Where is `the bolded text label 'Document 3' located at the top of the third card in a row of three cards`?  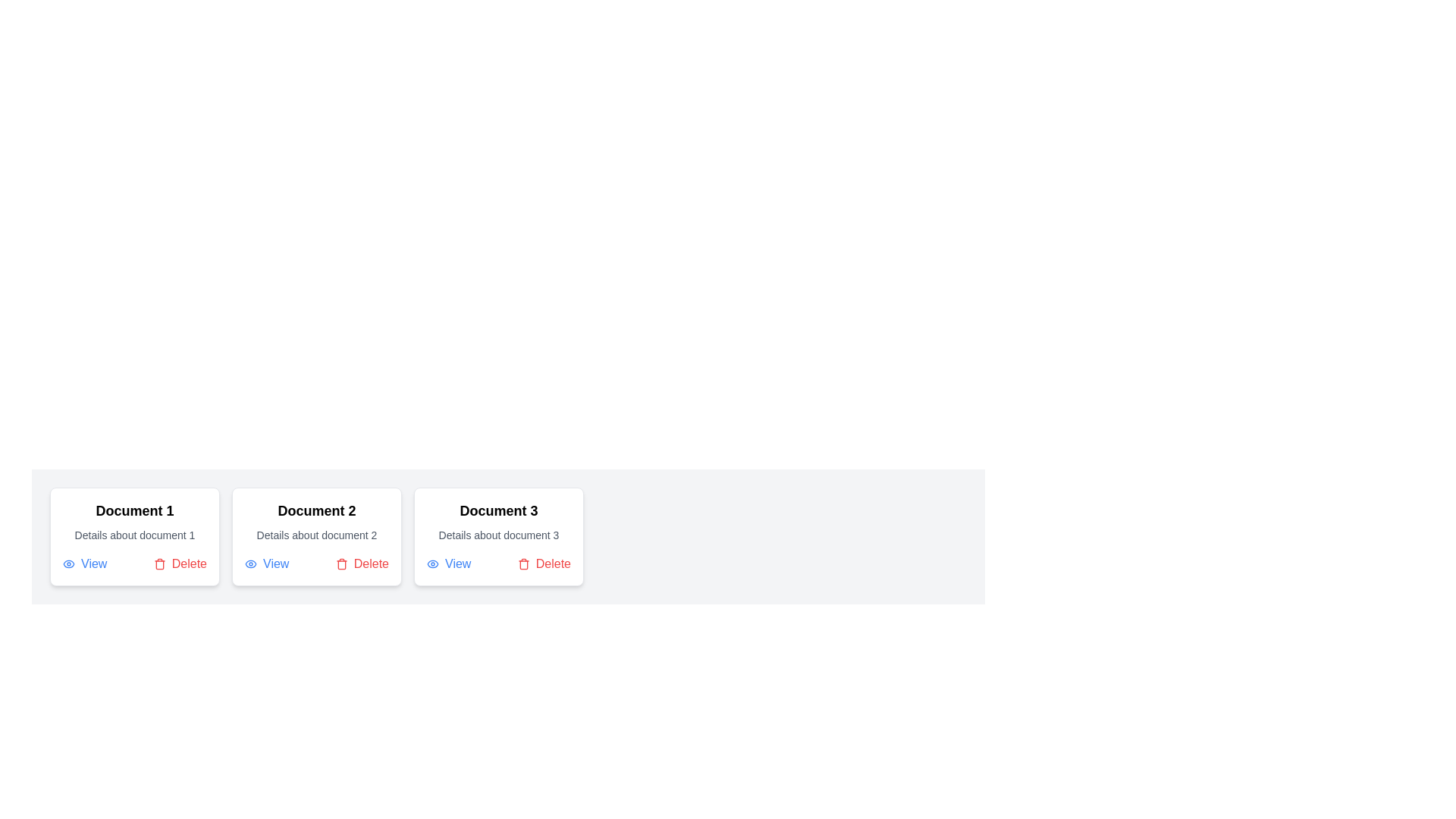
the bolded text label 'Document 3' located at the top of the third card in a row of three cards is located at coordinates (498, 511).